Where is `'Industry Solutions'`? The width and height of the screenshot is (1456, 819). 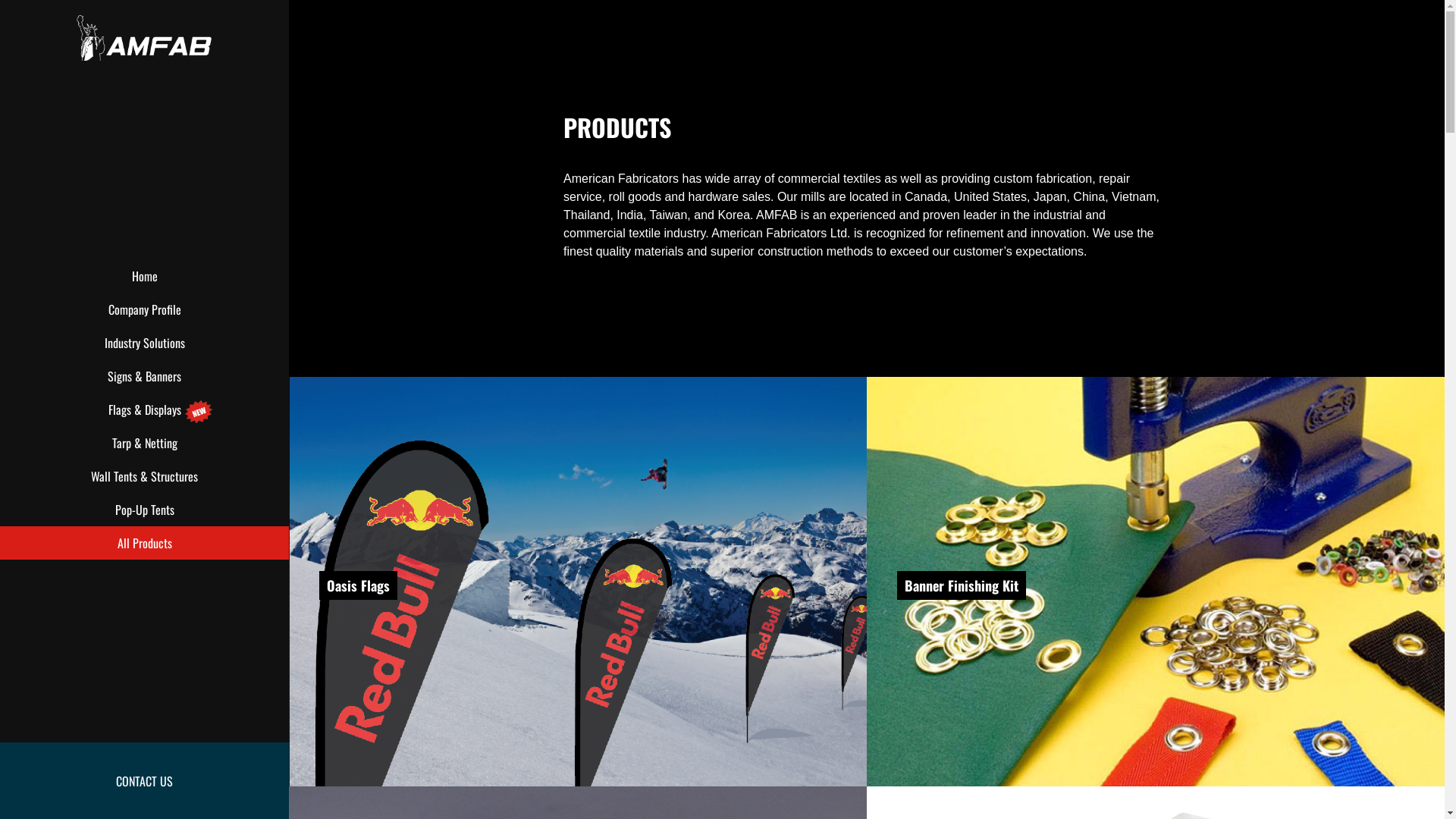 'Industry Solutions' is located at coordinates (144, 342).